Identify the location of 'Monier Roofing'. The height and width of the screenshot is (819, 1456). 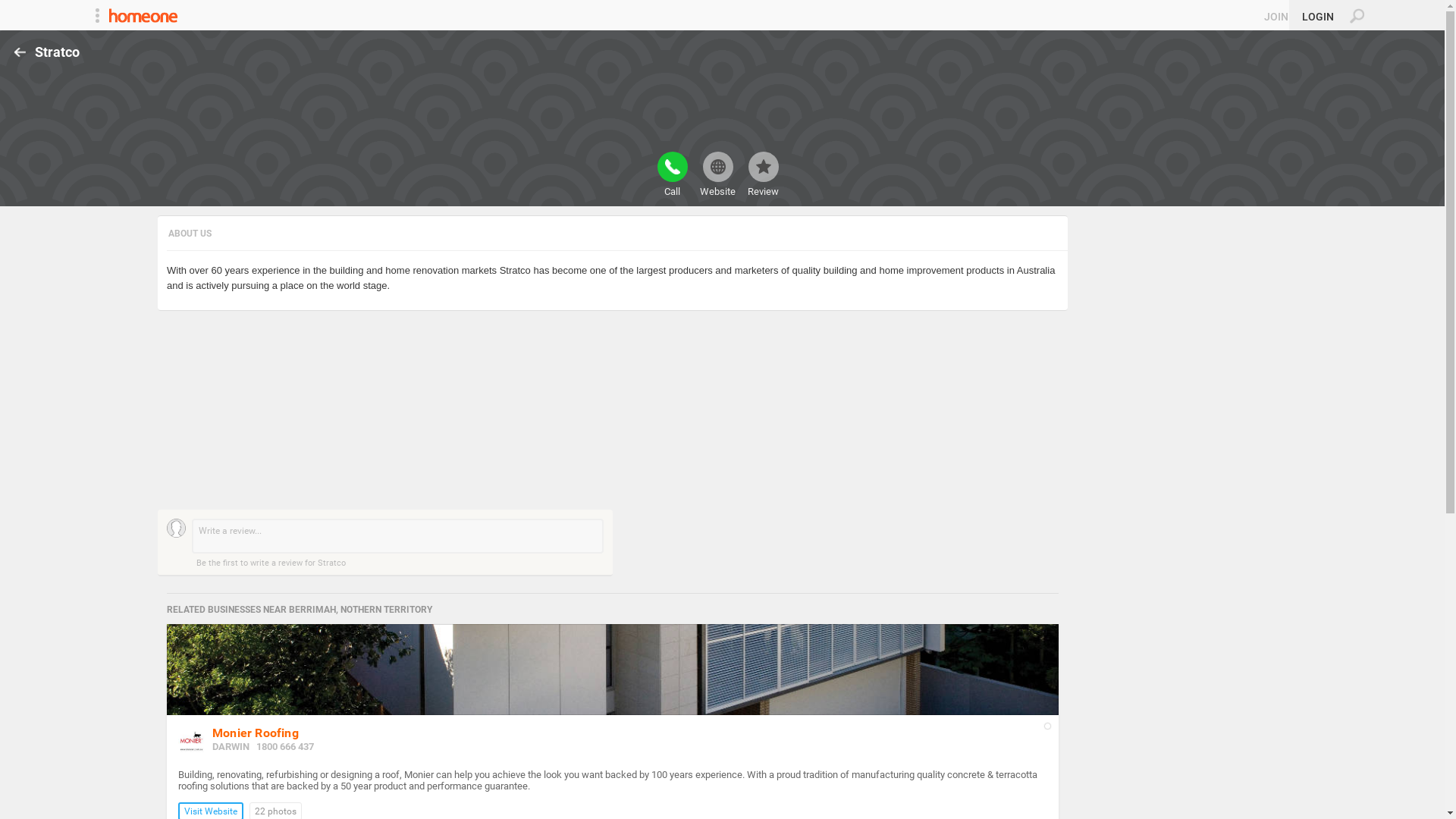
(255, 732).